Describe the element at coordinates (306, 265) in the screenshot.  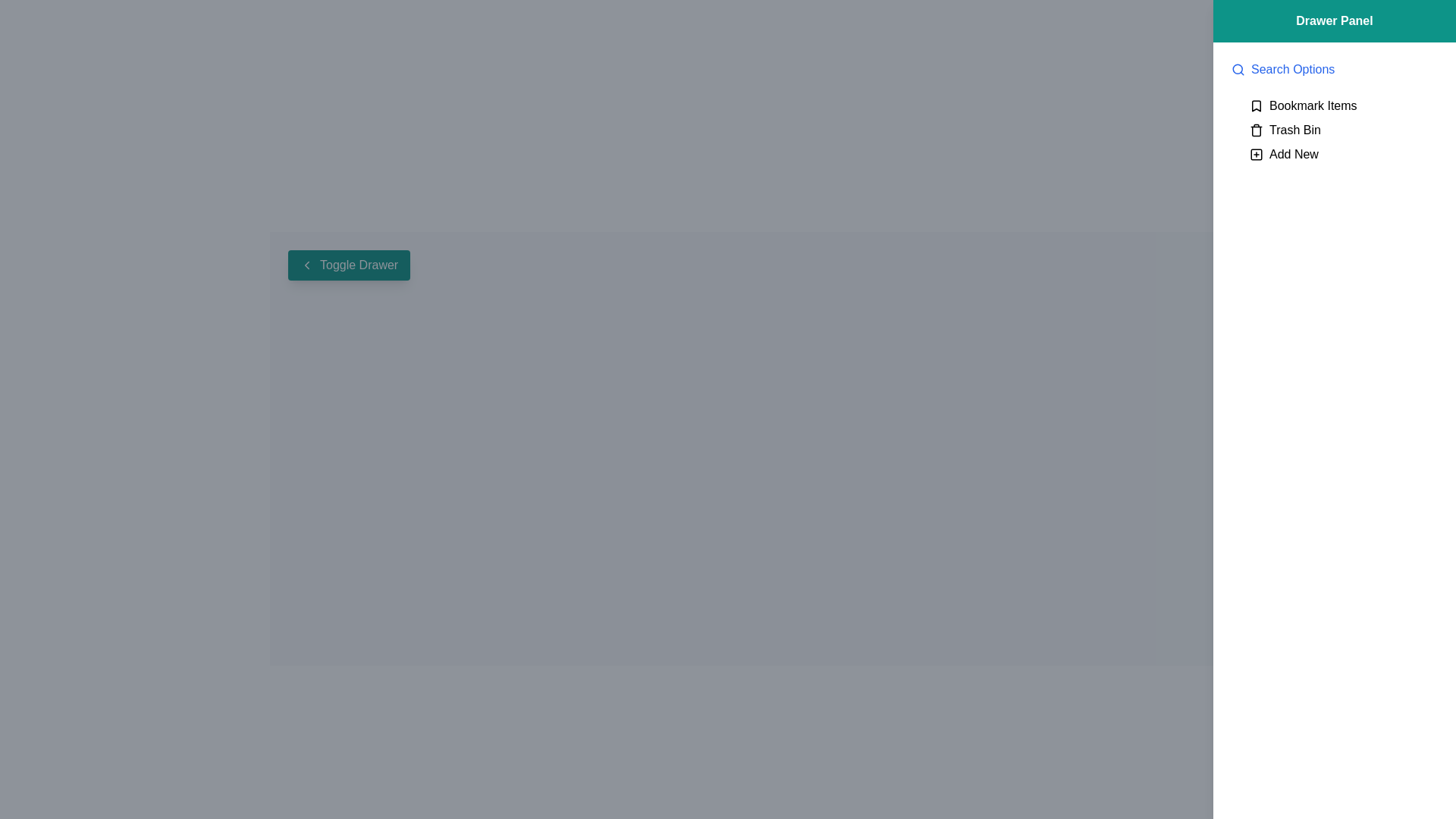
I see `the small left-pointing chevron icon with a thin, double-line design, which is part of the 'Toggle Drawer' button` at that location.